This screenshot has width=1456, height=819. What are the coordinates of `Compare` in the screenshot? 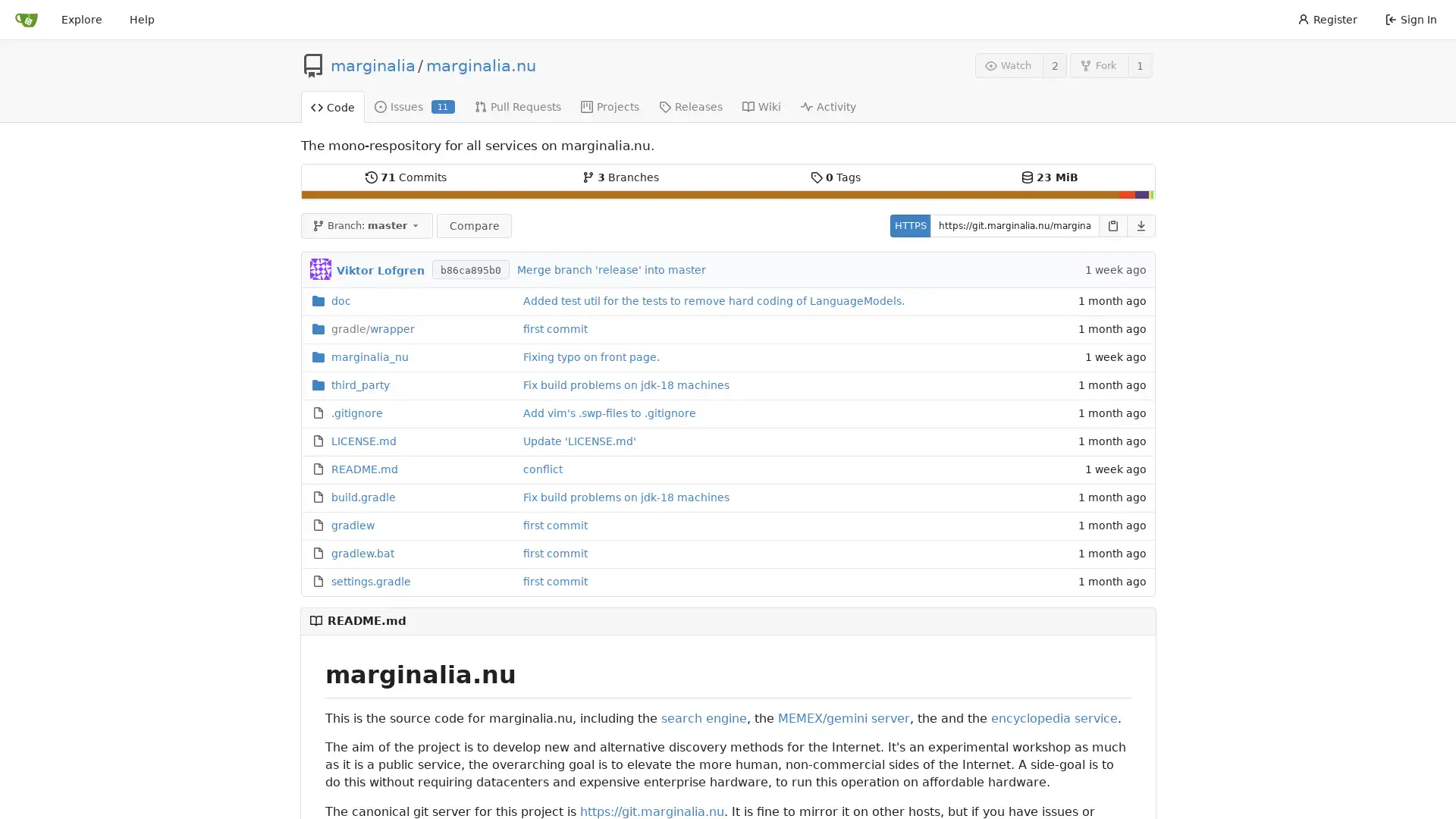 It's located at (472, 225).